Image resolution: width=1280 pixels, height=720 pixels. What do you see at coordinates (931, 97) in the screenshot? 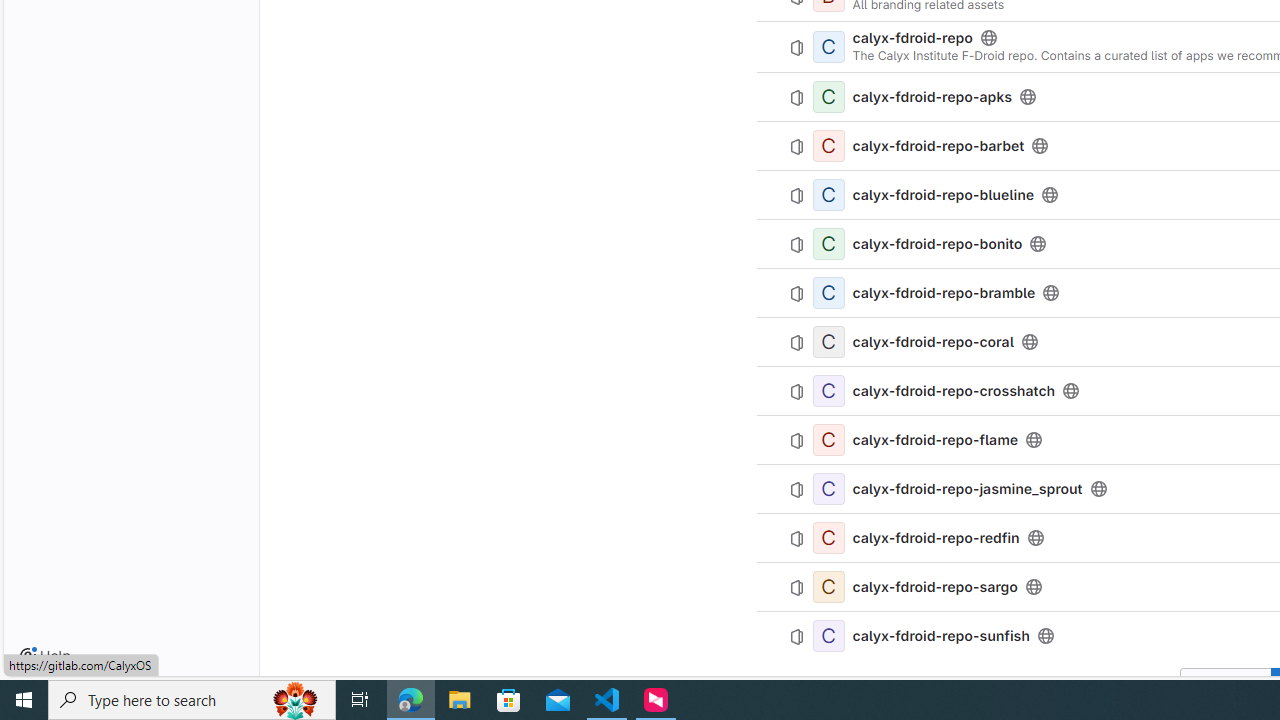
I see `'calyx-fdroid-repo-apks'` at bounding box center [931, 97].